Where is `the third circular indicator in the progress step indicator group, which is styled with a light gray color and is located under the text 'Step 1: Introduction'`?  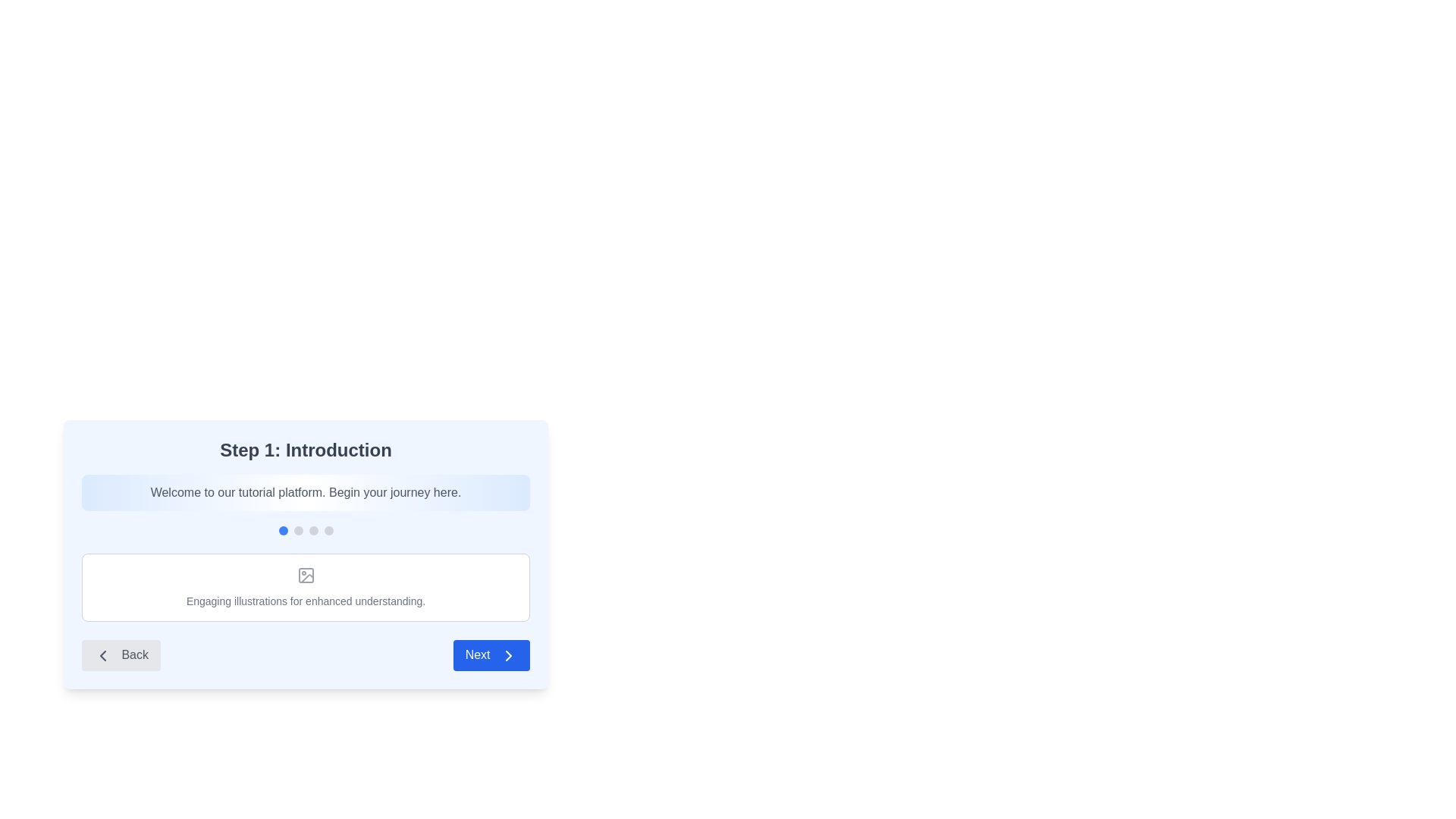 the third circular indicator in the progress step indicator group, which is styled with a light gray color and is located under the text 'Step 1: Introduction' is located at coordinates (312, 529).